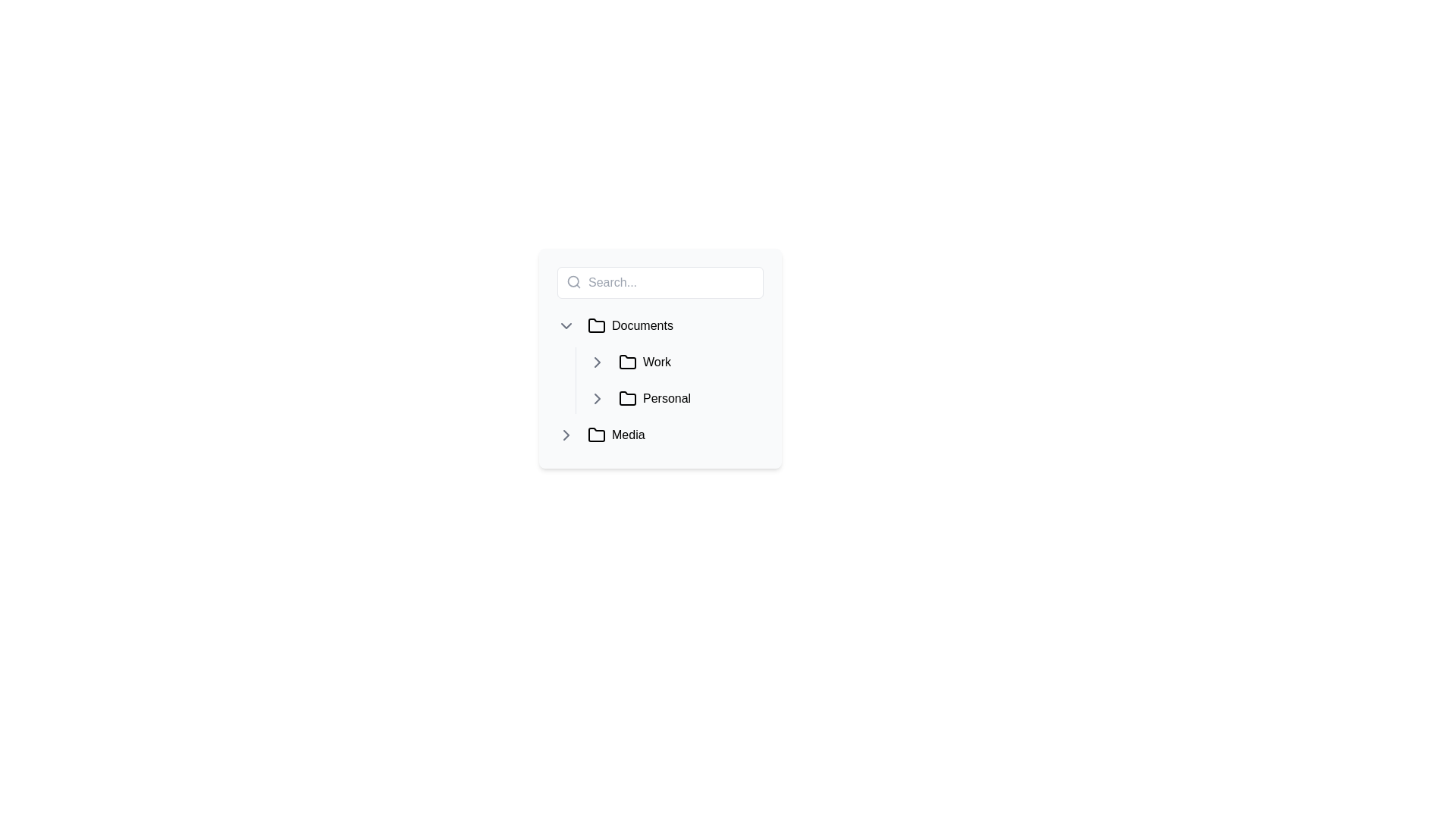 The image size is (1456, 819). I want to click on the text label displaying 'Work', so click(657, 362).